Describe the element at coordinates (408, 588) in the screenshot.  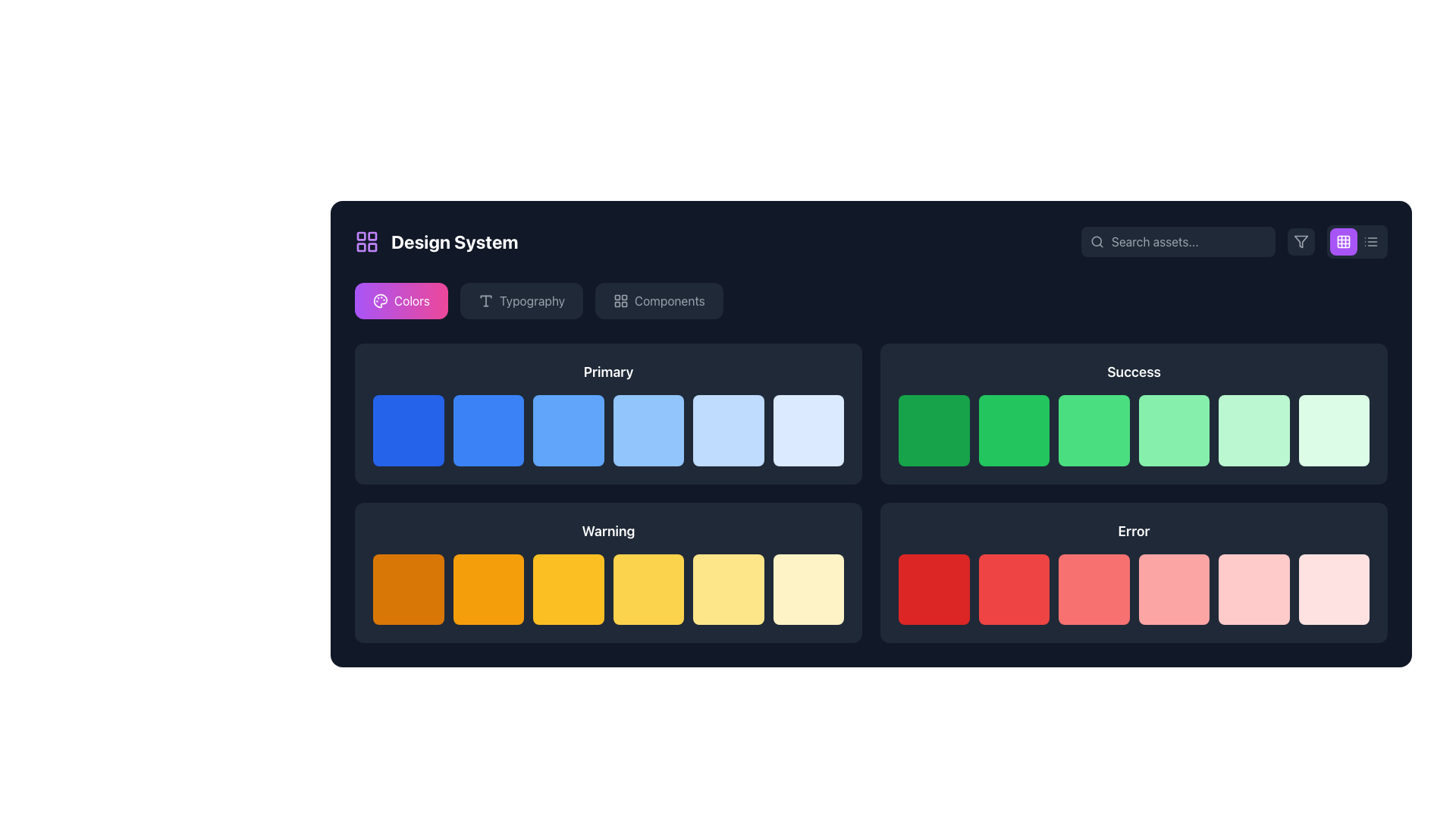
I see `the interactive square button with an orange background and rounded corners, located in the 'Warning' category grid as the first item` at that location.